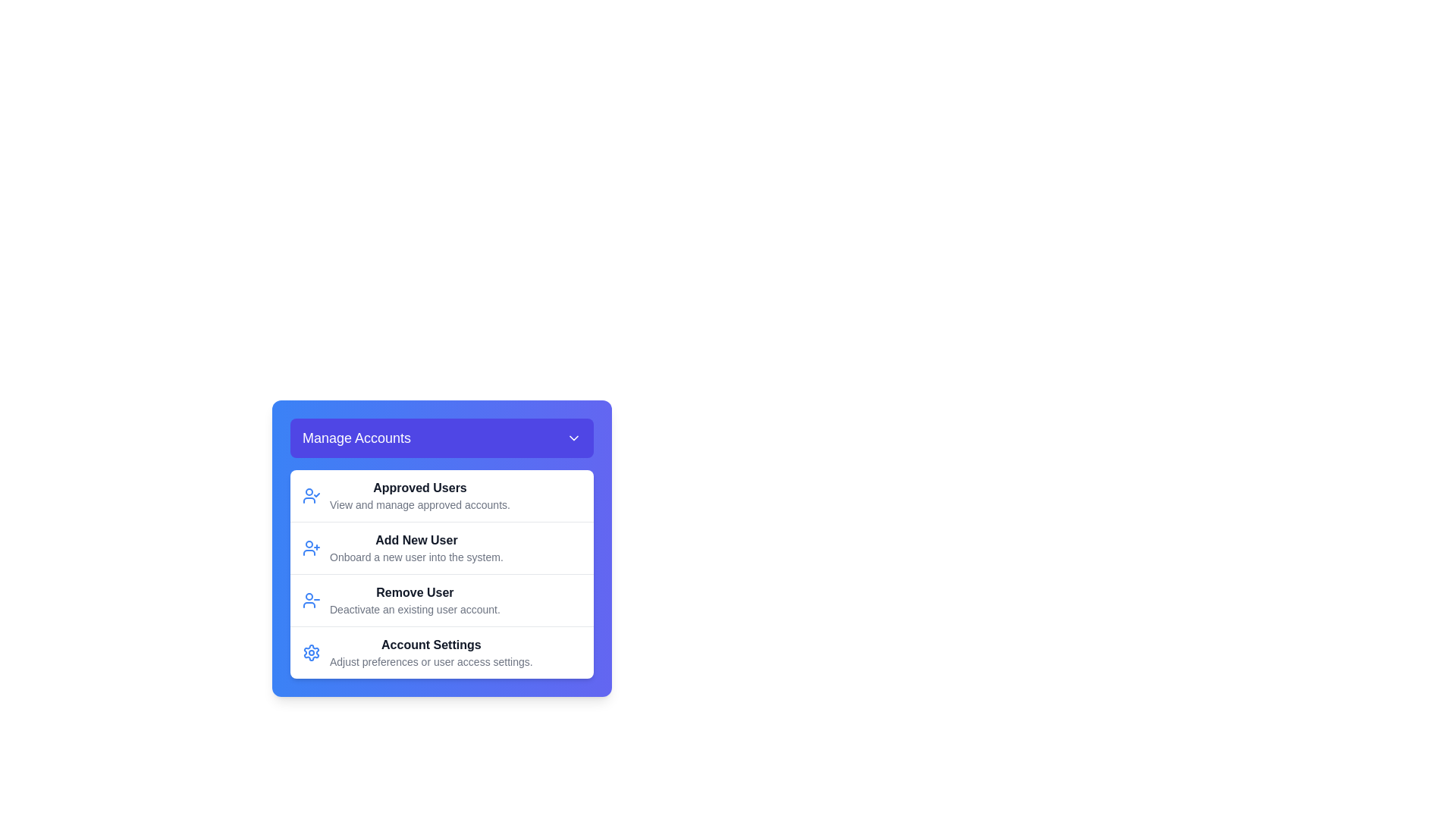  I want to click on the gear icon representing settings, located at the far left of the 'Account Settings' button in the dropdown menu under 'Manage Accounts', so click(311, 651).